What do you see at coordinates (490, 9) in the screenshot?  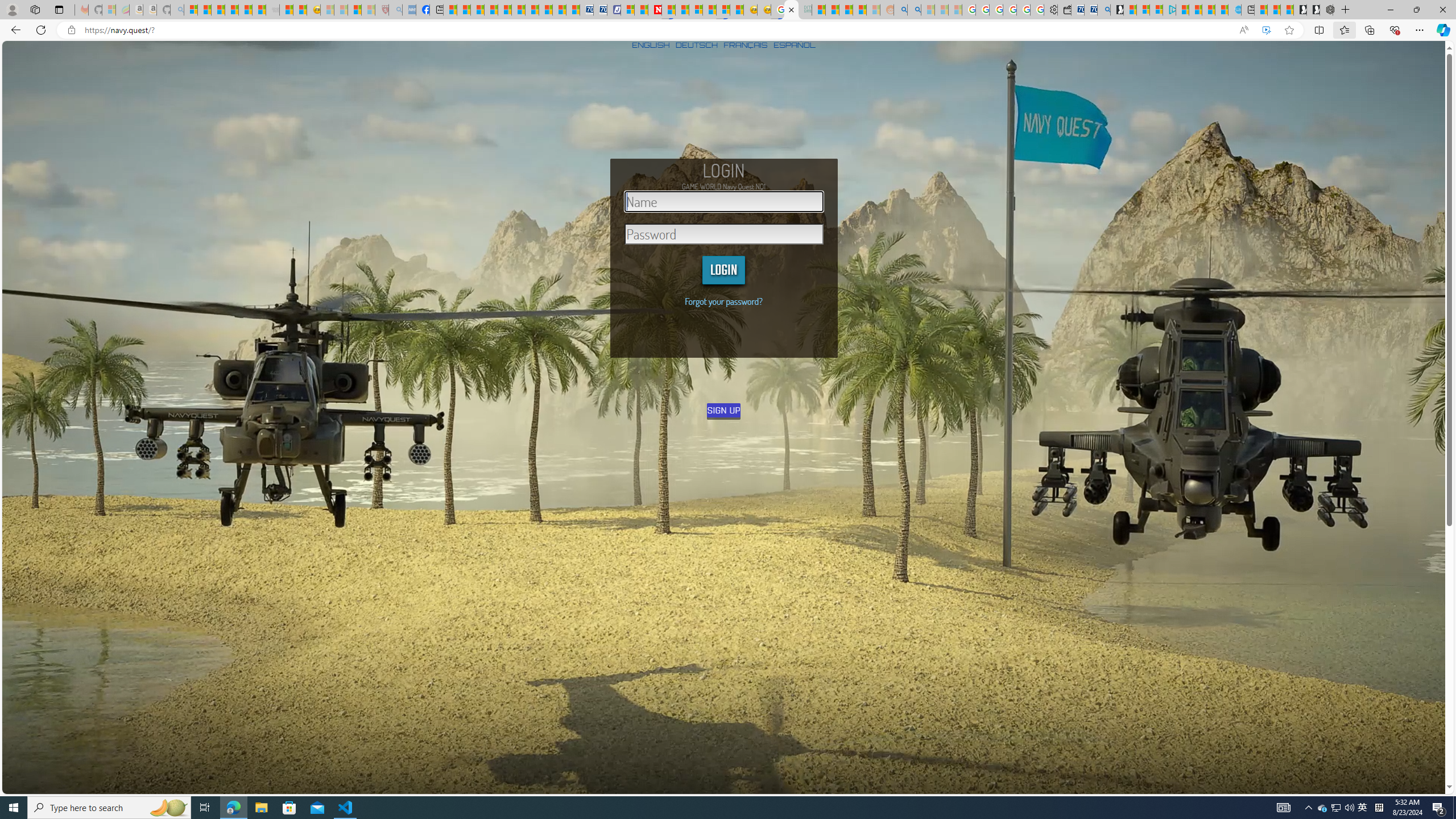 I see `'Climate Damage Becomes Too Severe To Reverse'` at bounding box center [490, 9].